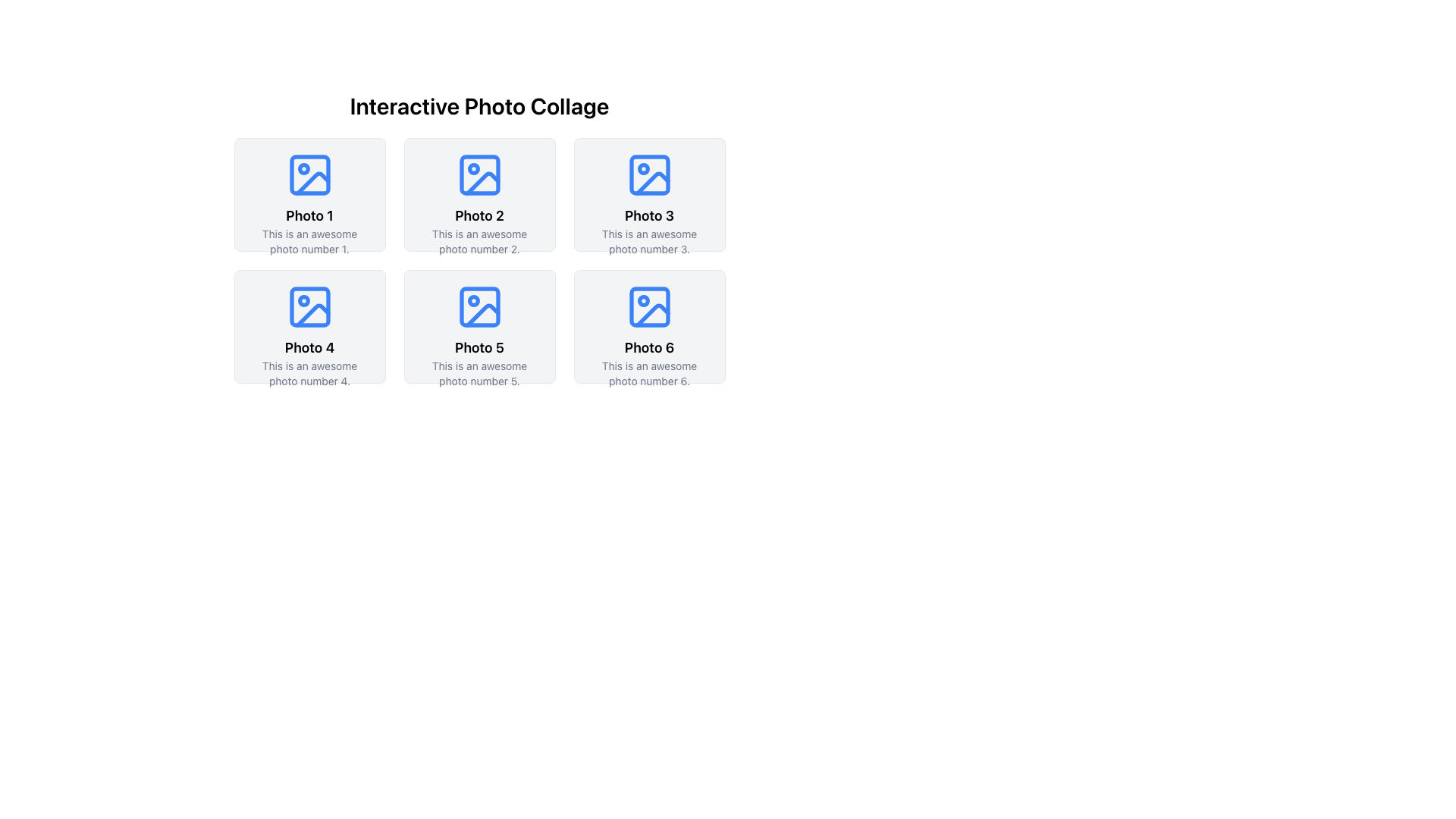 The image size is (1456, 819). Describe the element at coordinates (303, 169) in the screenshot. I see `the small circular graphical marker with a blue base` at that location.